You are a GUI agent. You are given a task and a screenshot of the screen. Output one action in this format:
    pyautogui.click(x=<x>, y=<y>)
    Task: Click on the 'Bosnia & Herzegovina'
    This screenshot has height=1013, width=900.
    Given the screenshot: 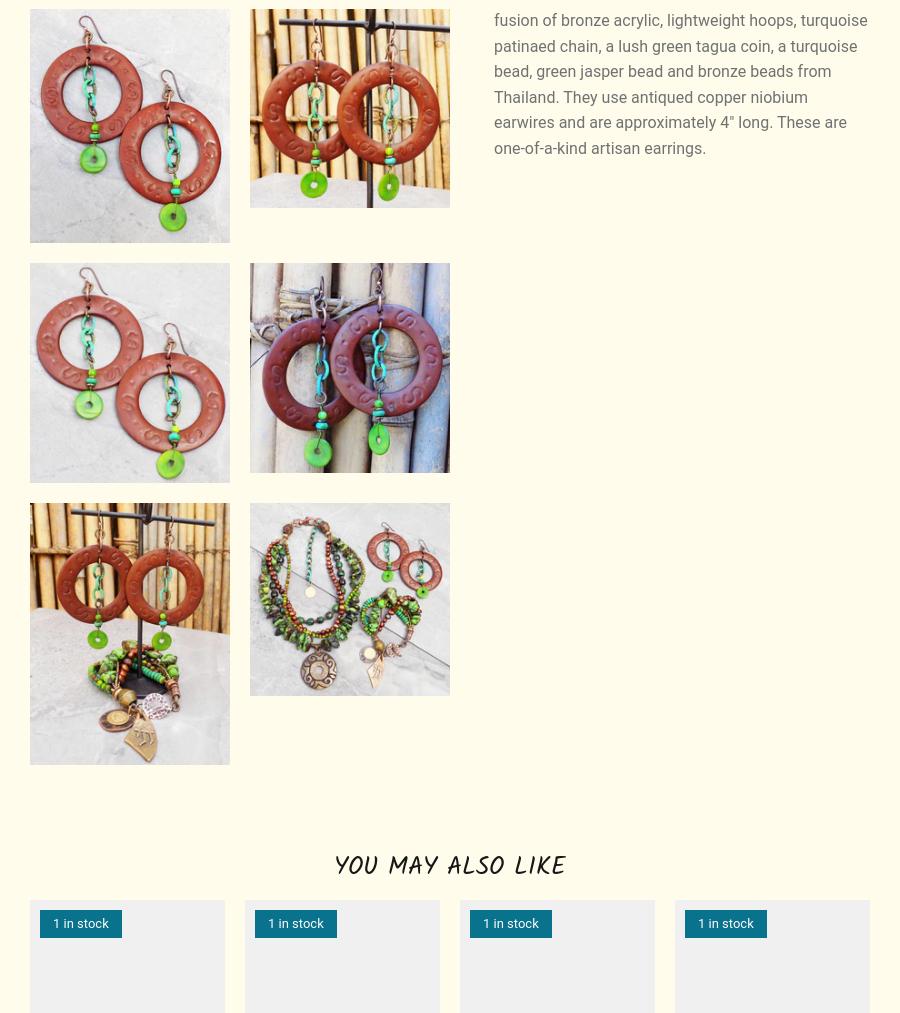 What is the action you would take?
    pyautogui.click(x=683, y=33)
    